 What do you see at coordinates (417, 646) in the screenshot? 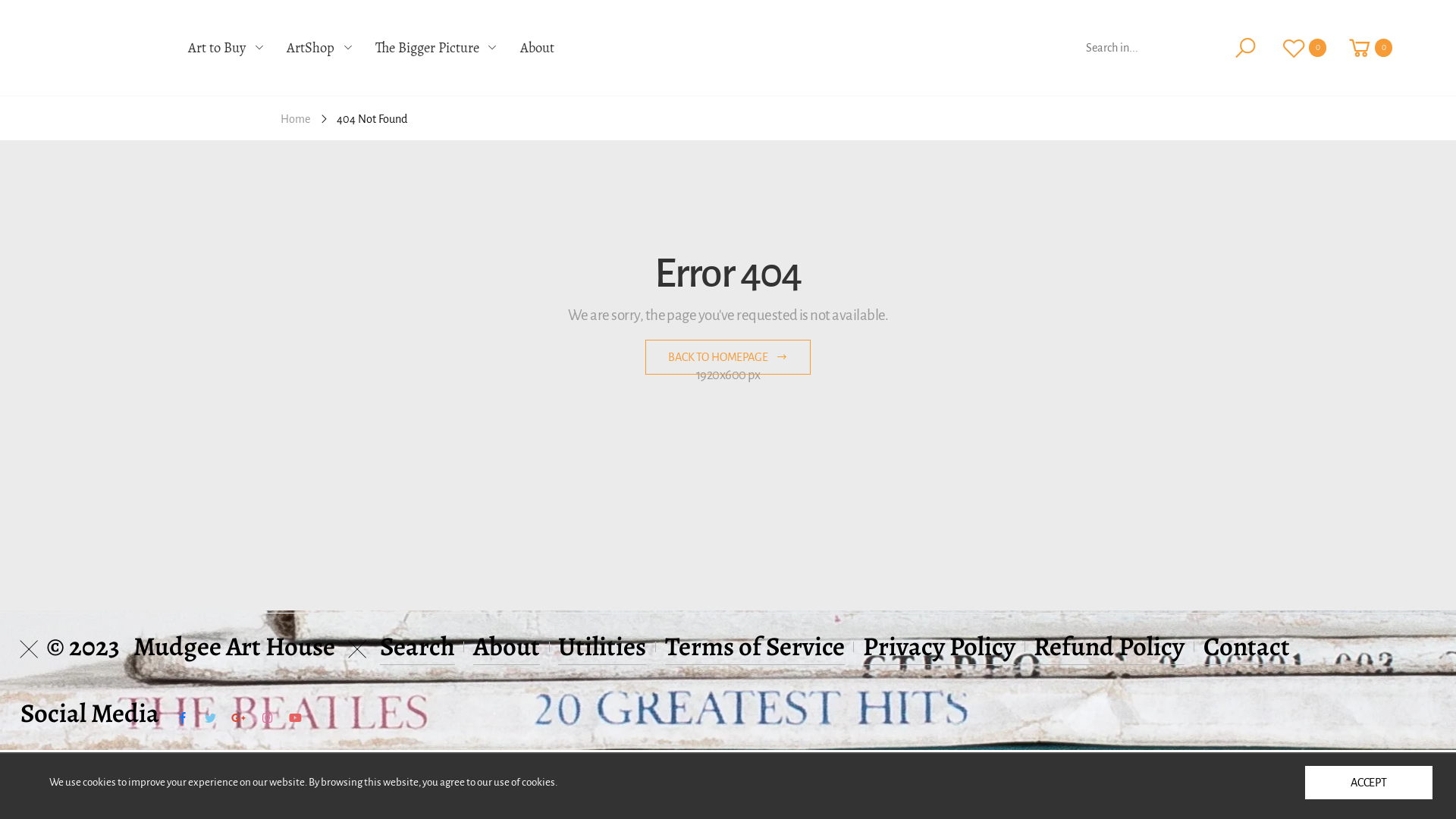
I see `'Search'` at bounding box center [417, 646].